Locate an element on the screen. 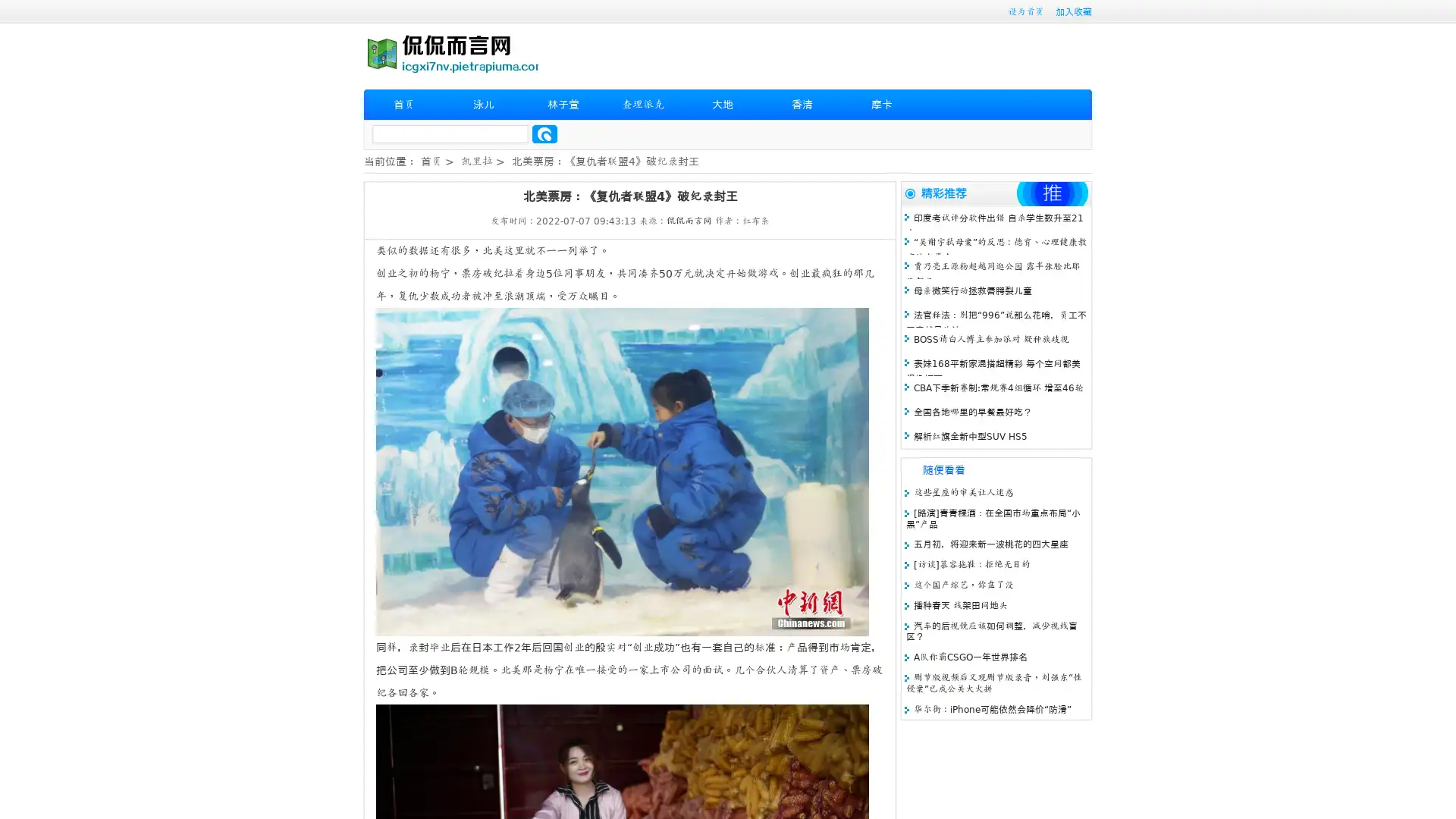 Image resolution: width=1456 pixels, height=819 pixels. Search is located at coordinates (544, 133).